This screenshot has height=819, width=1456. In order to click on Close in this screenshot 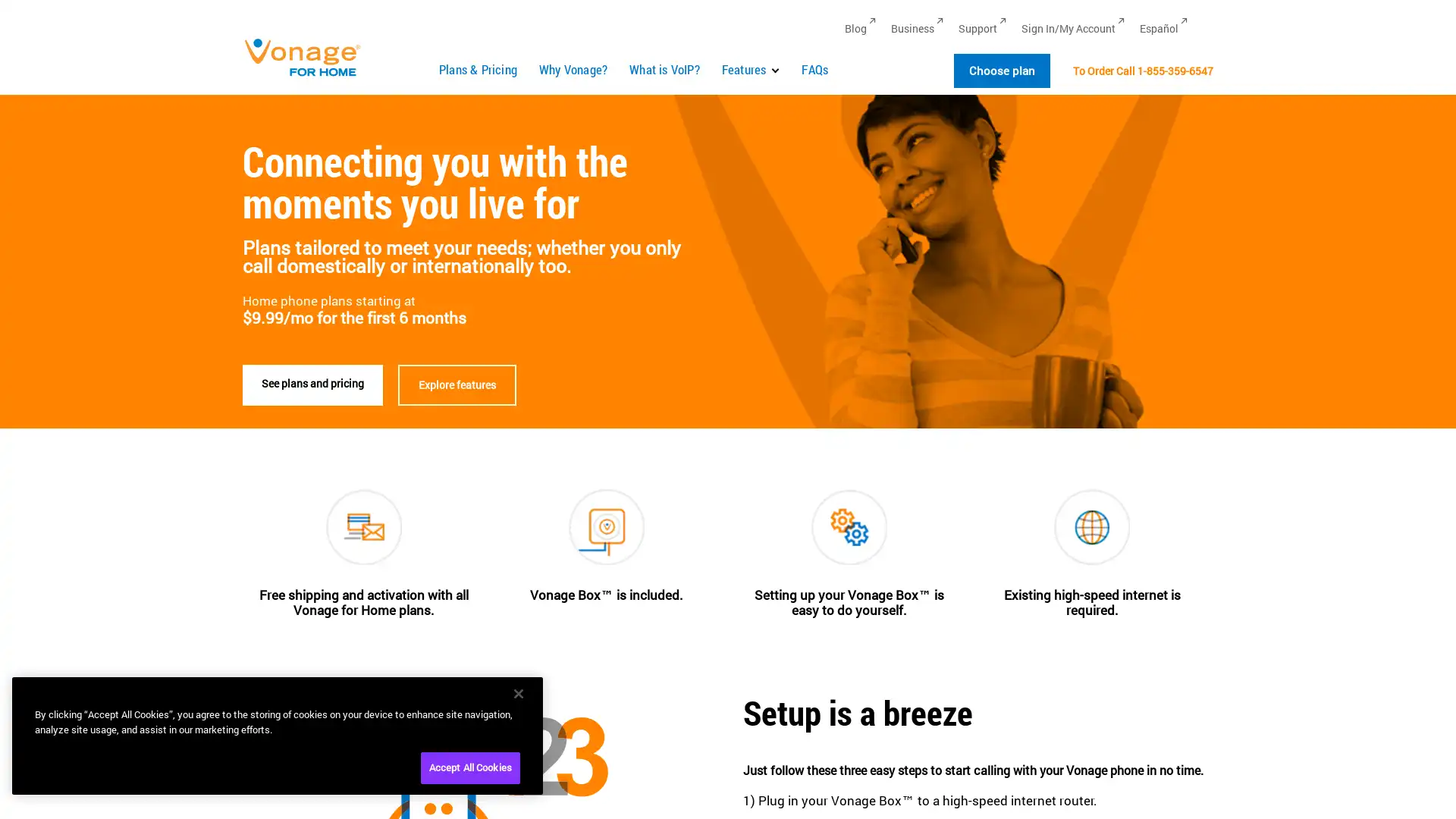, I will do `click(519, 693)`.